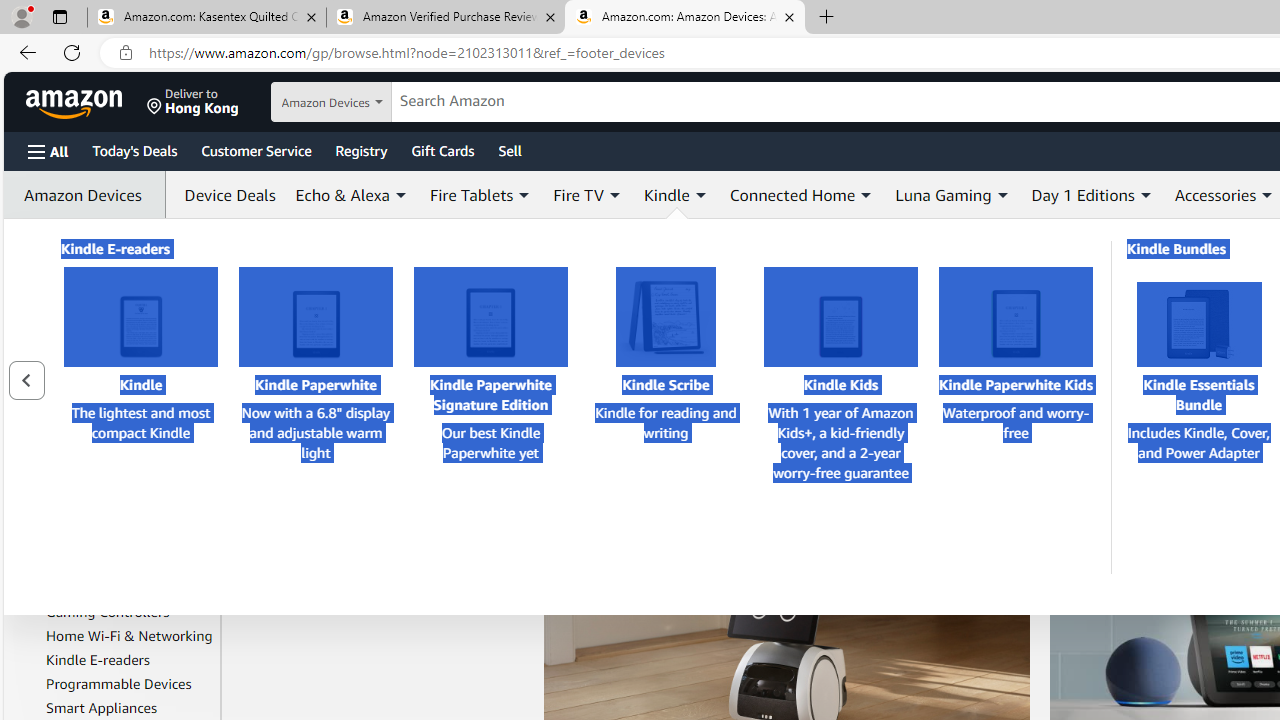  I want to click on 'Skip to main content', so click(86, 100).